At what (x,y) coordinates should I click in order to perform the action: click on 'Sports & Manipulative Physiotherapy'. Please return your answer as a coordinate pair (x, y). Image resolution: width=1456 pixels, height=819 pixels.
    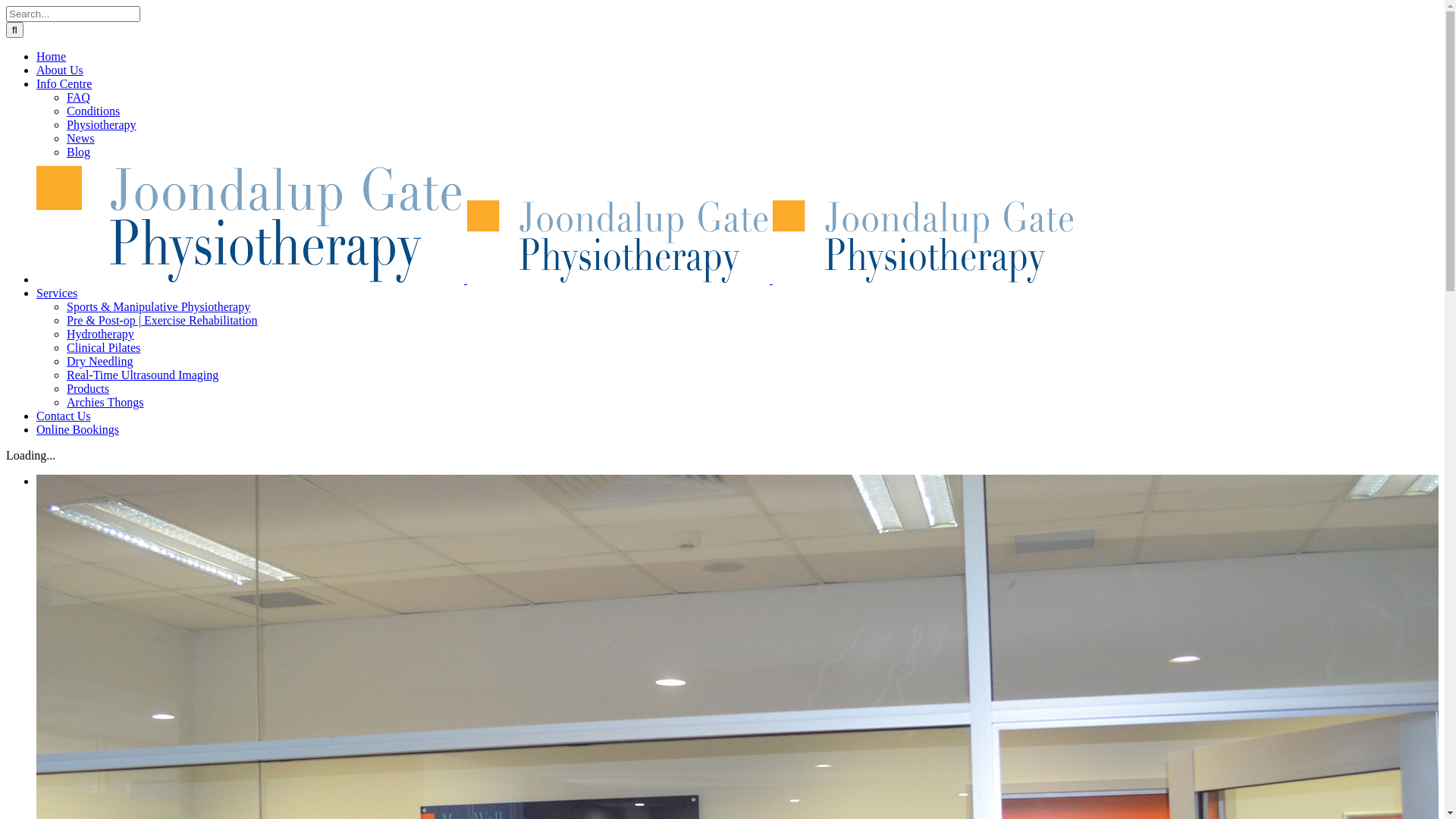
    Looking at the image, I should click on (158, 306).